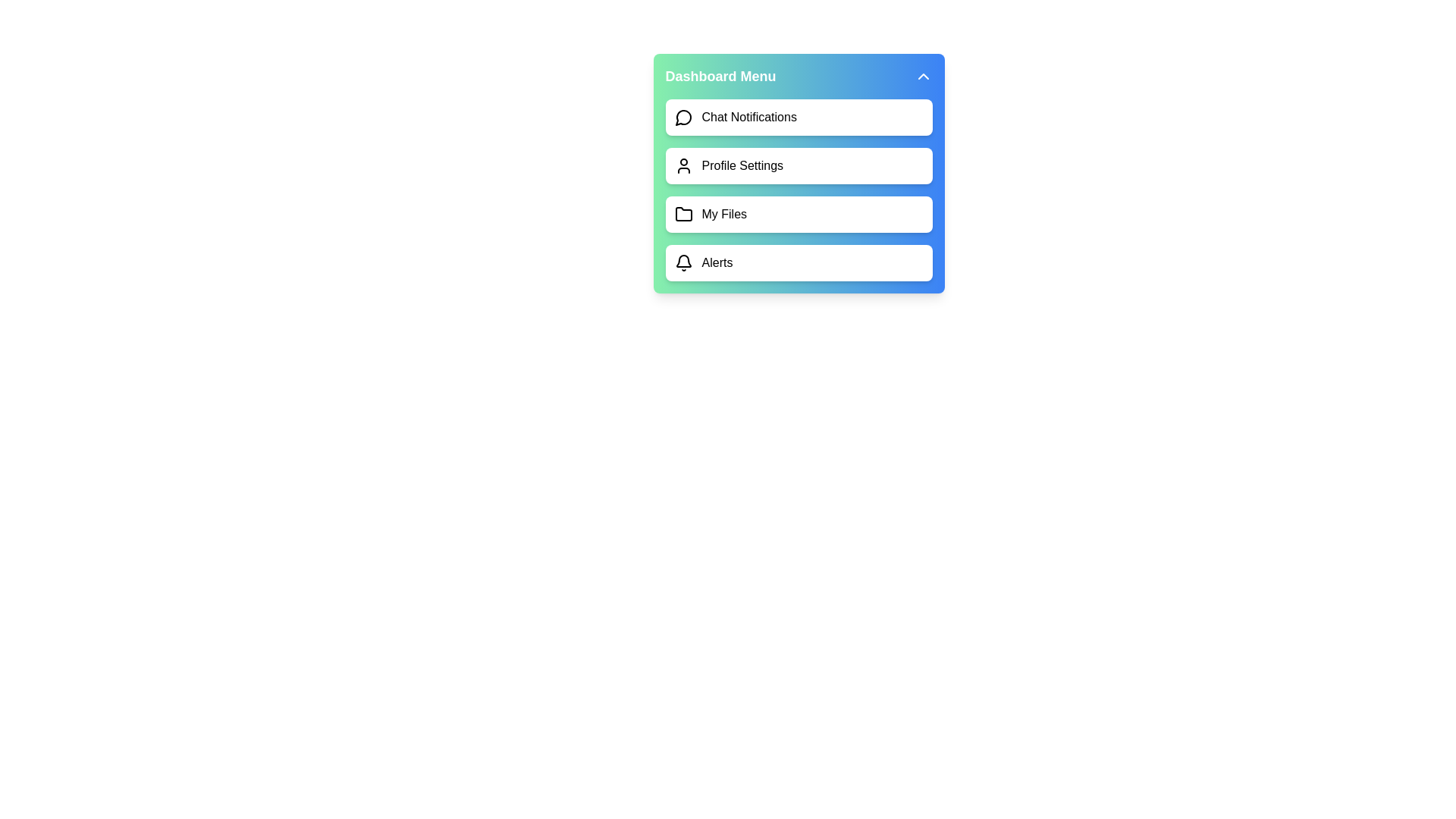 Image resolution: width=1456 pixels, height=819 pixels. I want to click on the menu item Alerts by clicking on it, so click(798, 262).